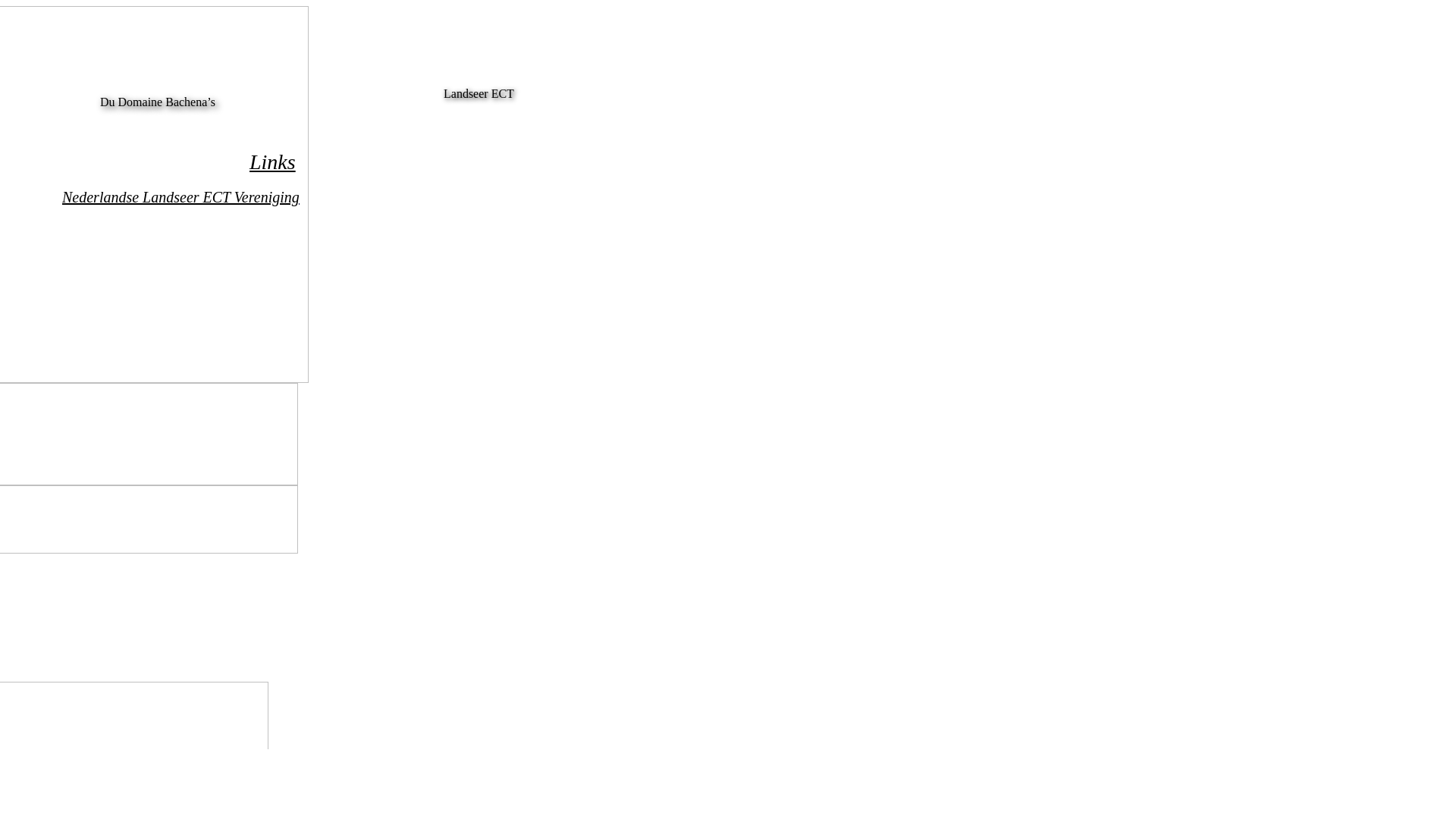 This screenshot has height=819, width=1456. Describe the element at coordinates (180, 196) in the screenshot. I see `'Nederlandse Landseer ECT Vereniging'` at that location.